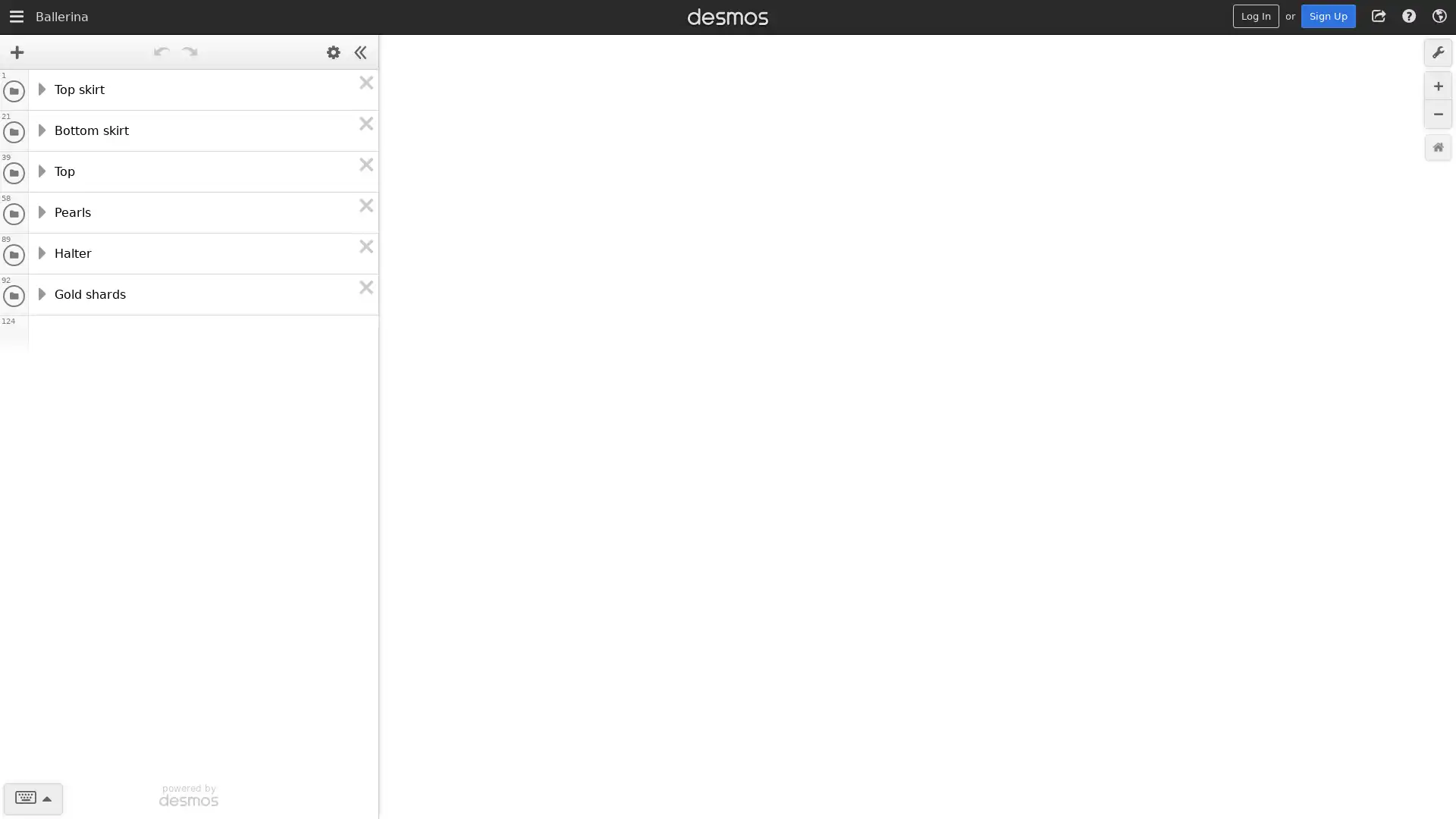 The image size is (1456, 819). What do you see at coordinates (14, 253) in the screenshot?
I see `Hide Folder` at bounding box center [14, 253].